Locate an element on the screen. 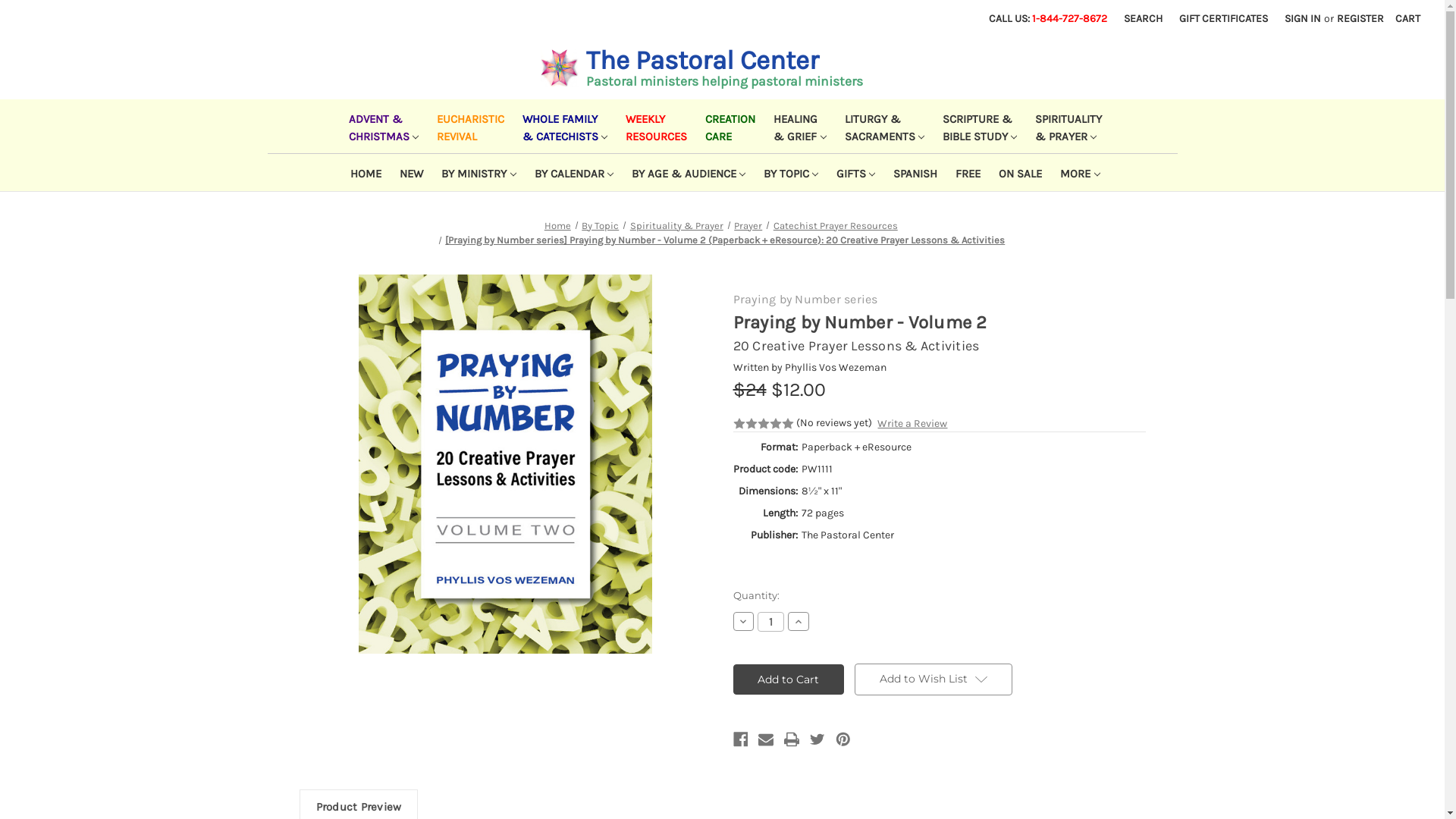 The image size is (1456, 819). 'Write a Review' is located at coordinates (912, 423).